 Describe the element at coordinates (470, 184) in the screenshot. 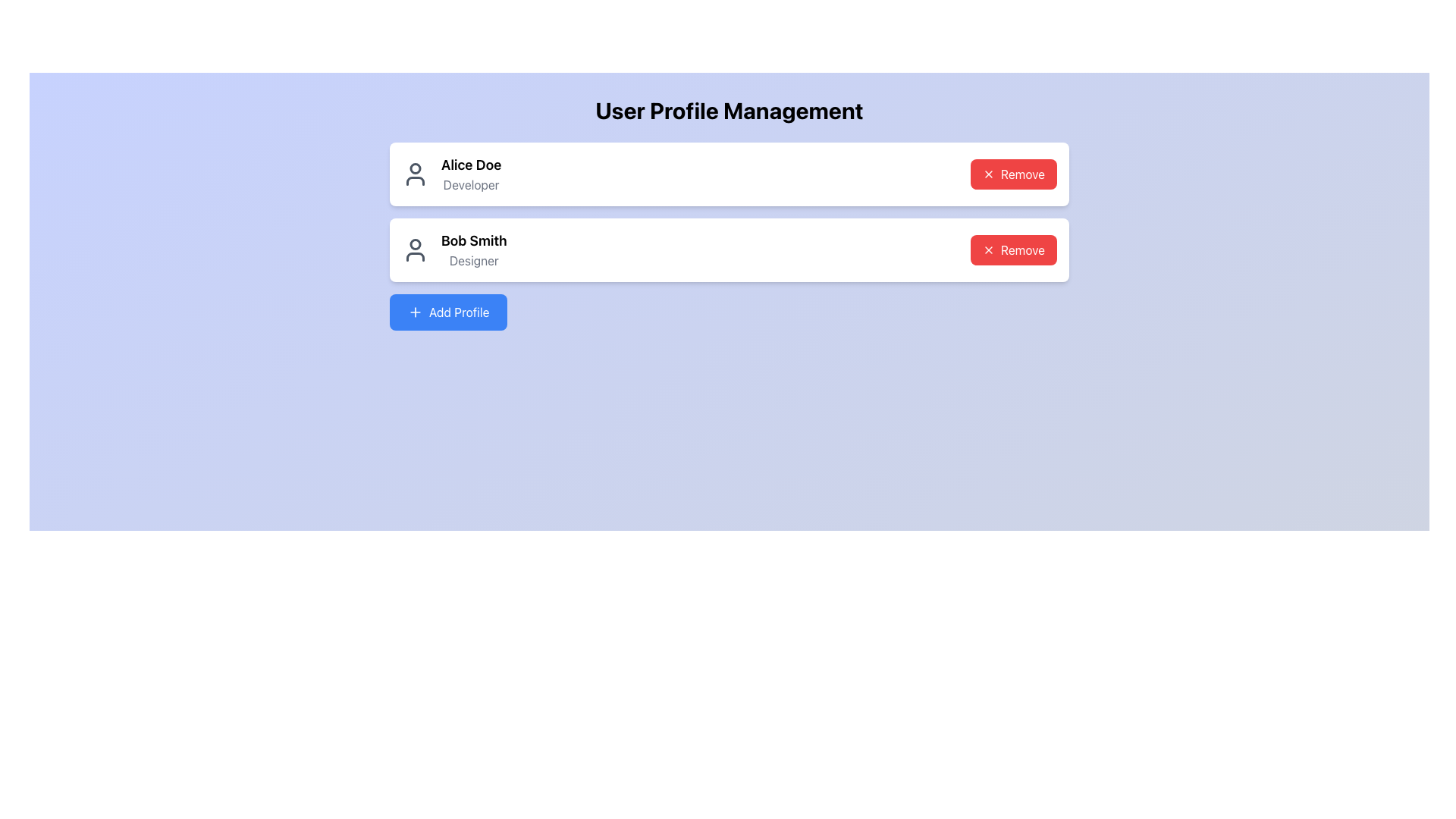

I see `the text label indicating the occupation of the user 'Alice Doe', which is positioned below her name in the profile card` at that location.